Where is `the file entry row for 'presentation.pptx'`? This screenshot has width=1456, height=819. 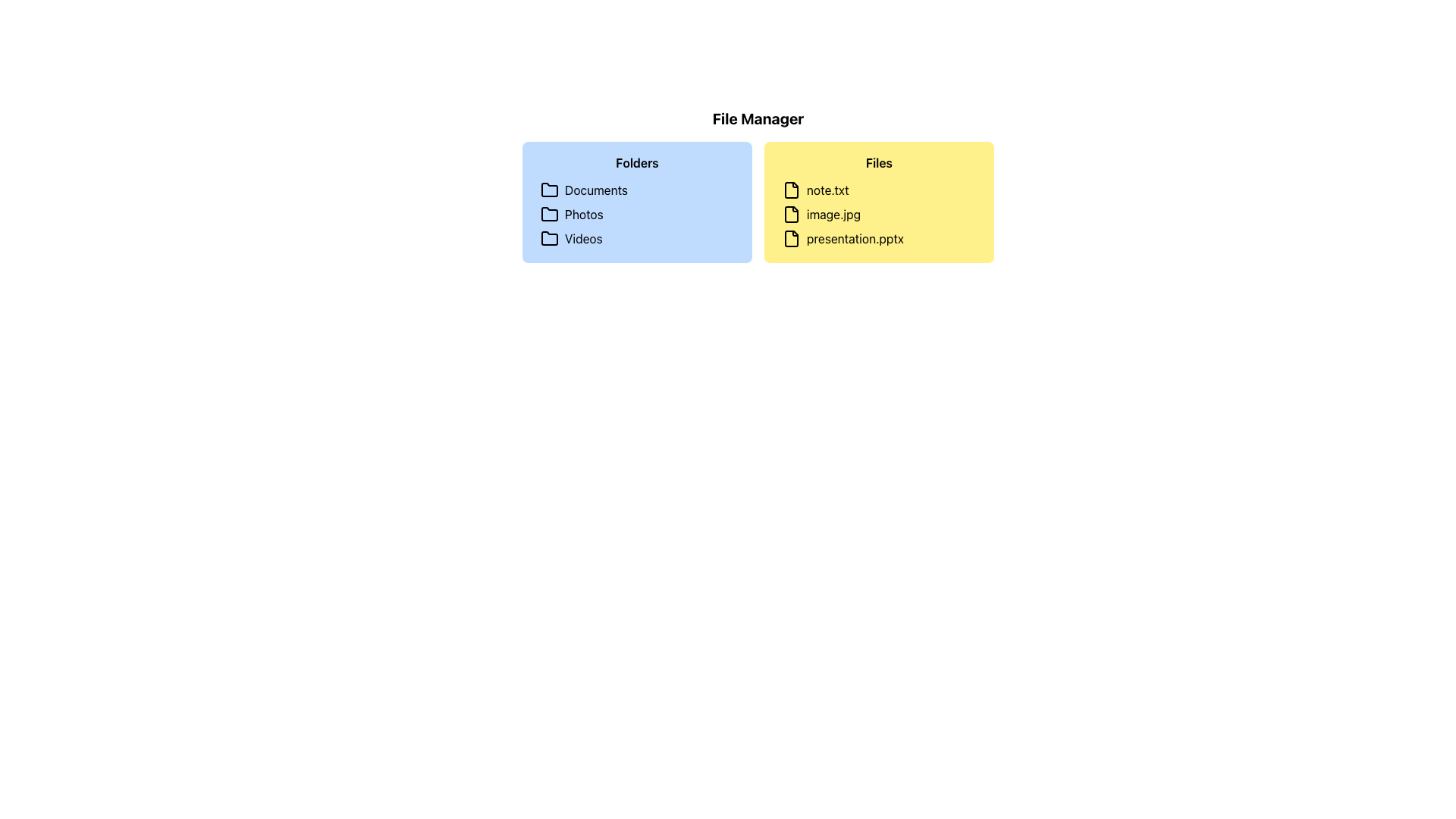
the file entry row for 'presentation.pptx' is located at coordinates (879, 239).